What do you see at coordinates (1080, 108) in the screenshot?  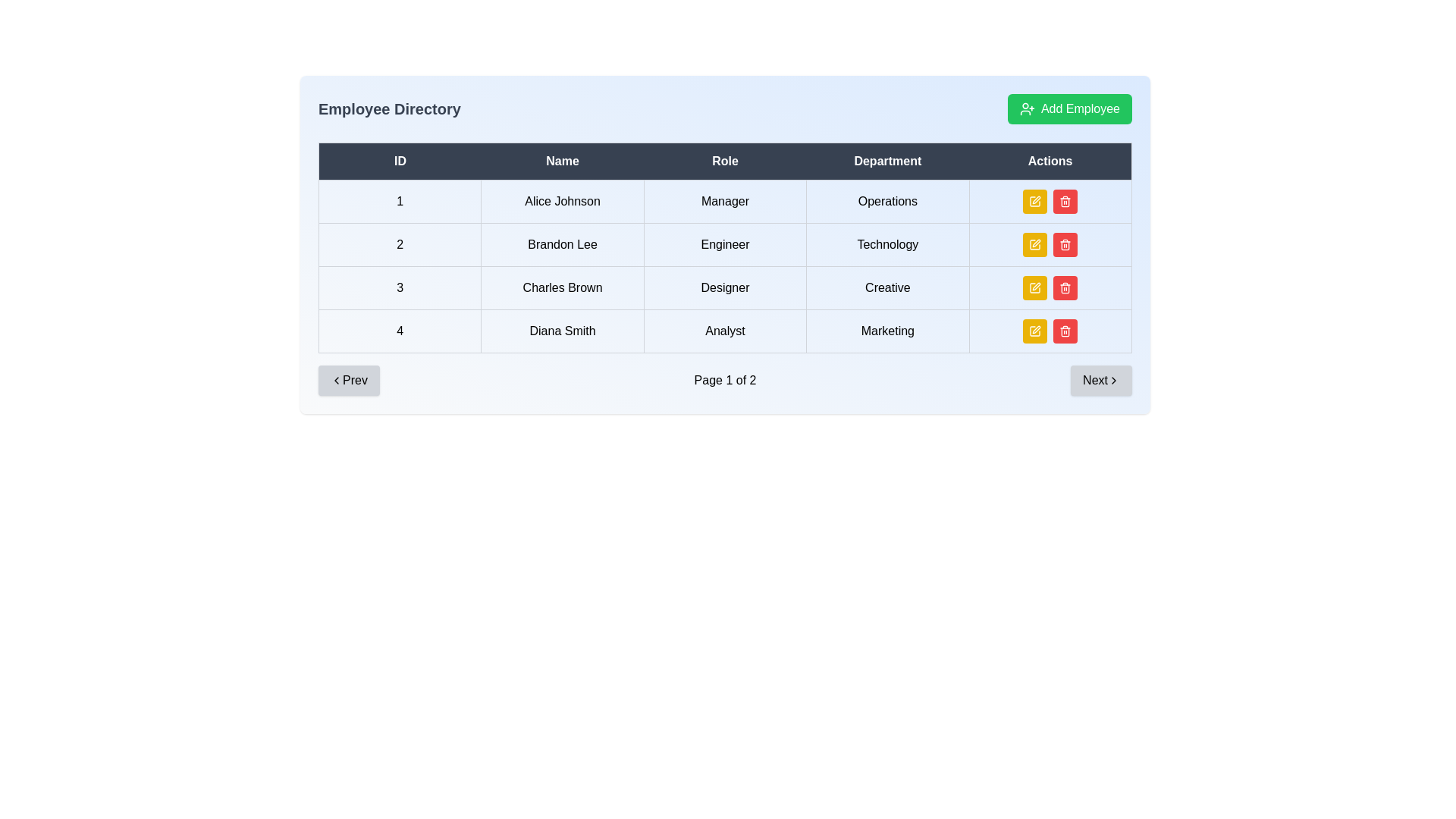 I see `the 'Add Employee' text label located on the green button in the top-right corner of the employee list header to trigger hover-specific effects` at bounding box center [1080, 108].